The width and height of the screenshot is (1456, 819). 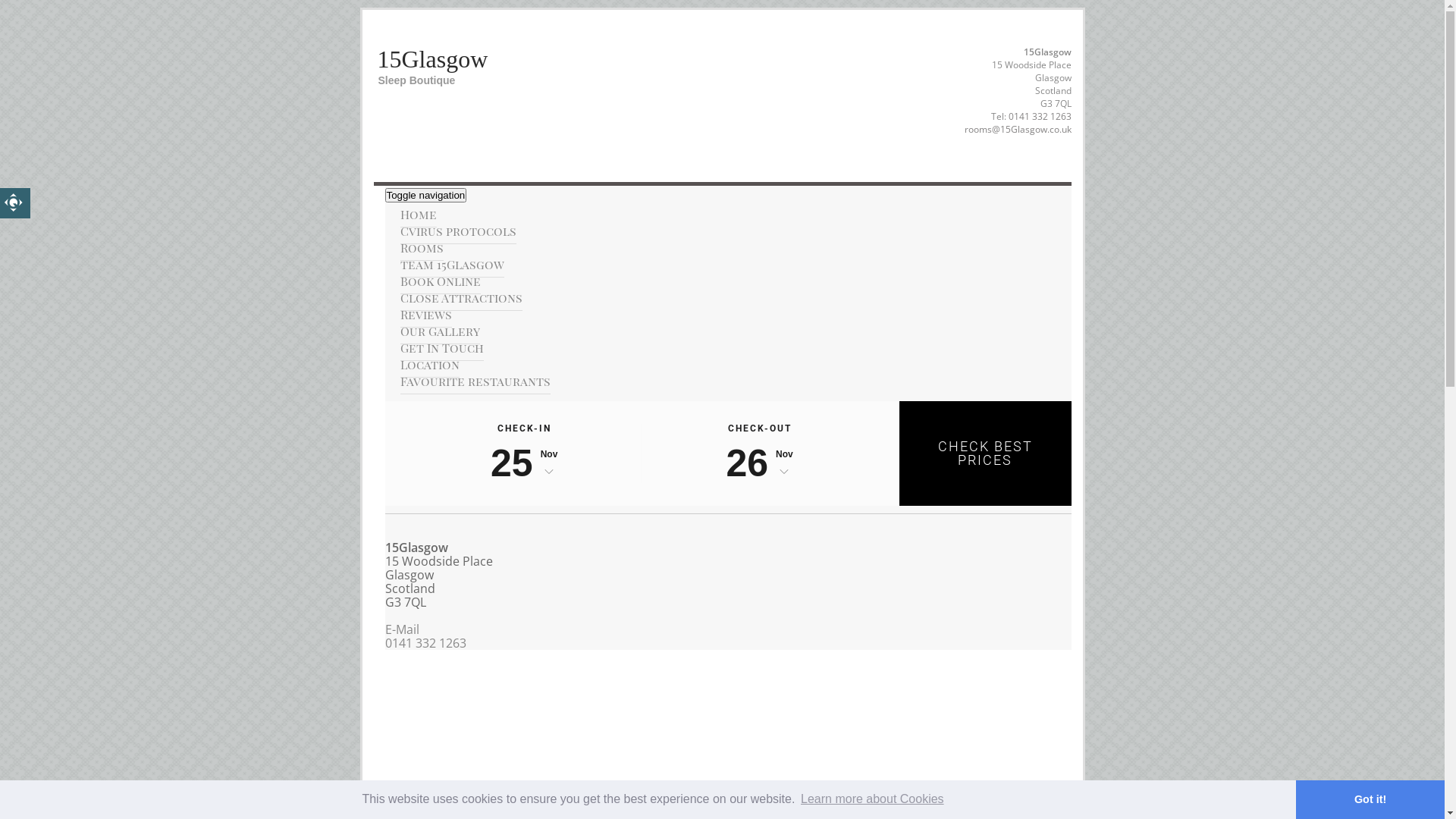 I want to click on 'Book Online', so click(x=439, y=281).